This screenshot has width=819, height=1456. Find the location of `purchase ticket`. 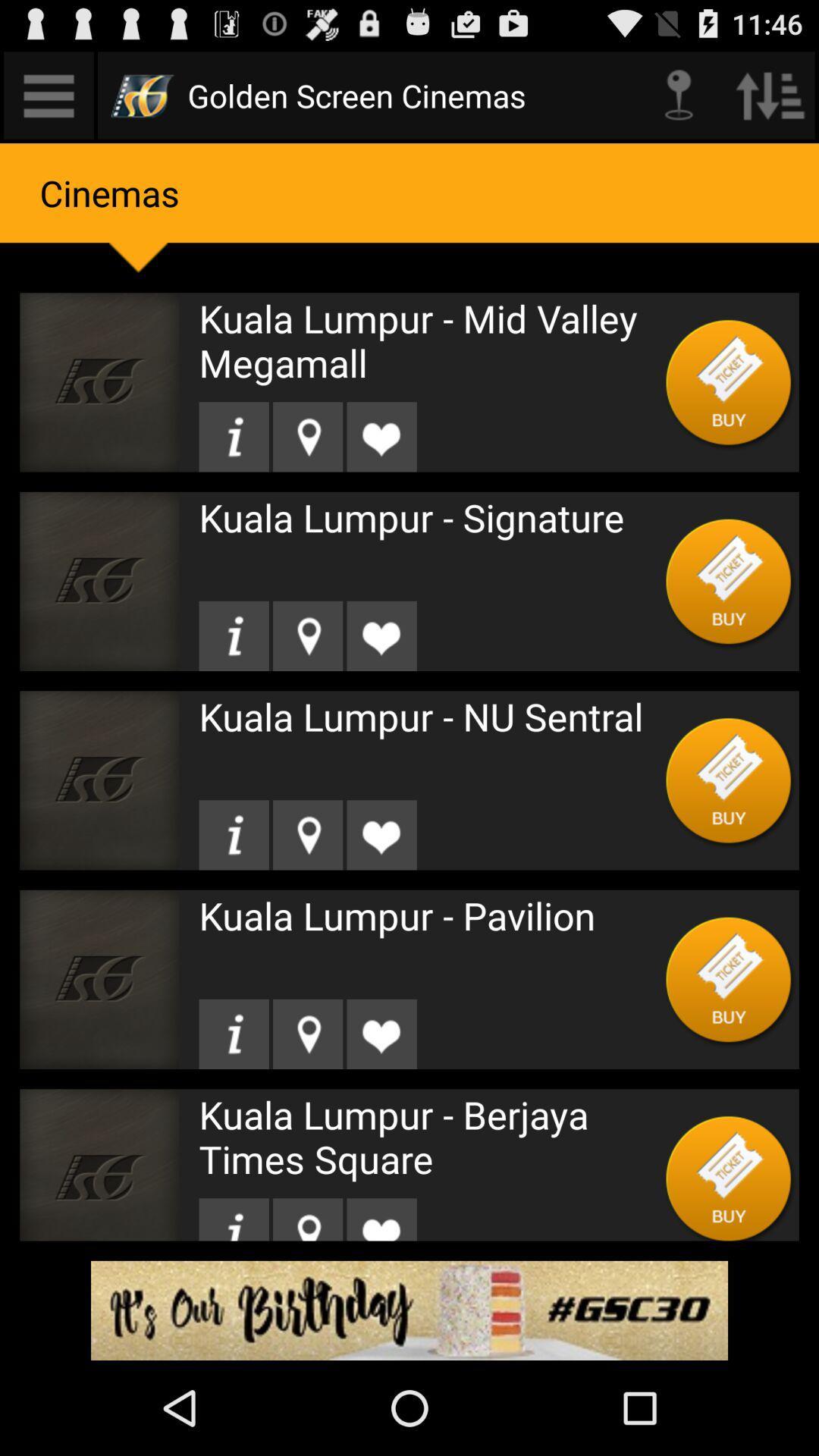

purchase ticket is located at coordinates (728, 979).